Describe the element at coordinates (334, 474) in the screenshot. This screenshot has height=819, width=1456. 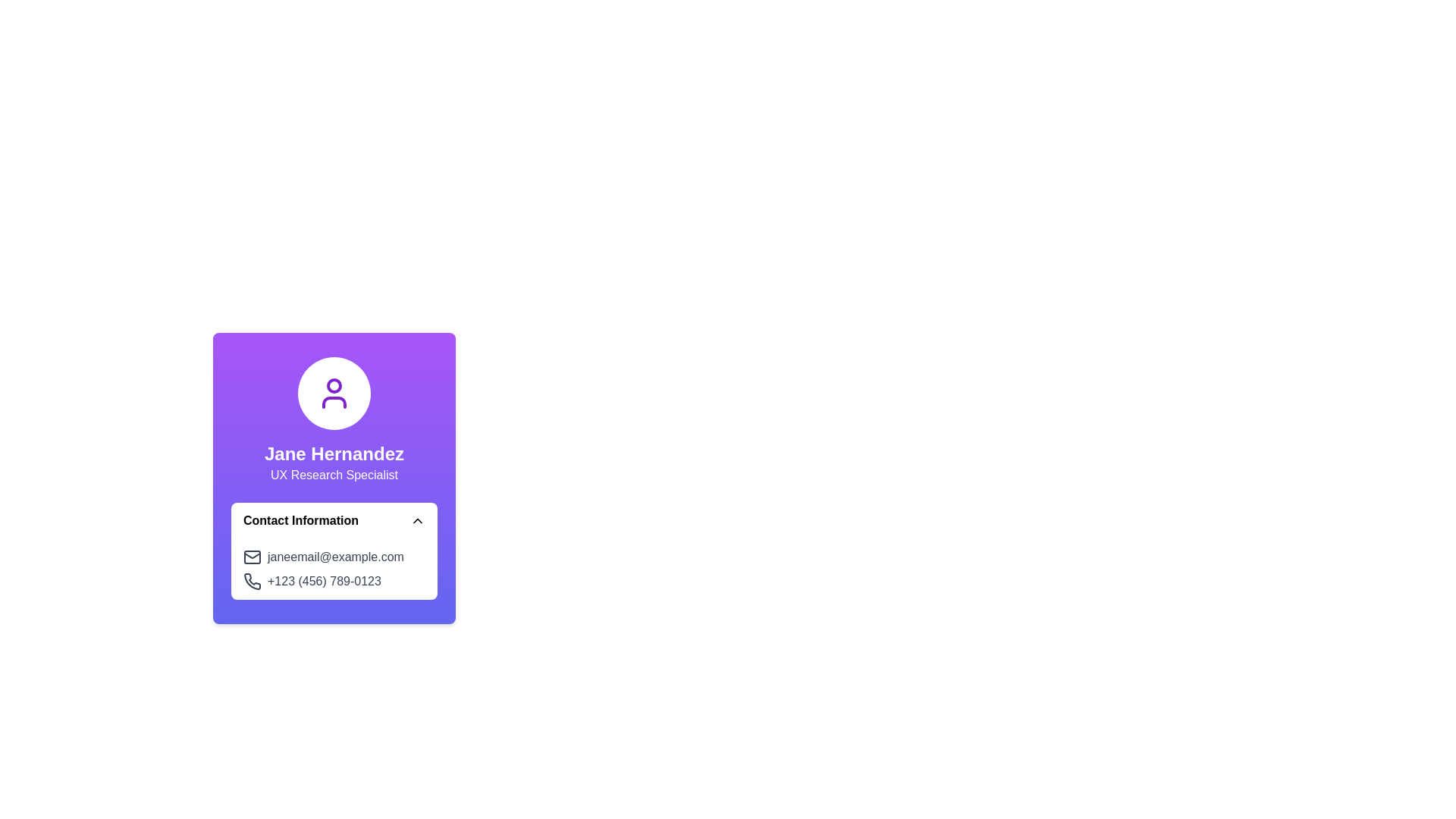
I see `the text label indicating the professional title of Jane Hernandez, which is centrally positioned below her name and above the 'Contact Information' section` at that location.